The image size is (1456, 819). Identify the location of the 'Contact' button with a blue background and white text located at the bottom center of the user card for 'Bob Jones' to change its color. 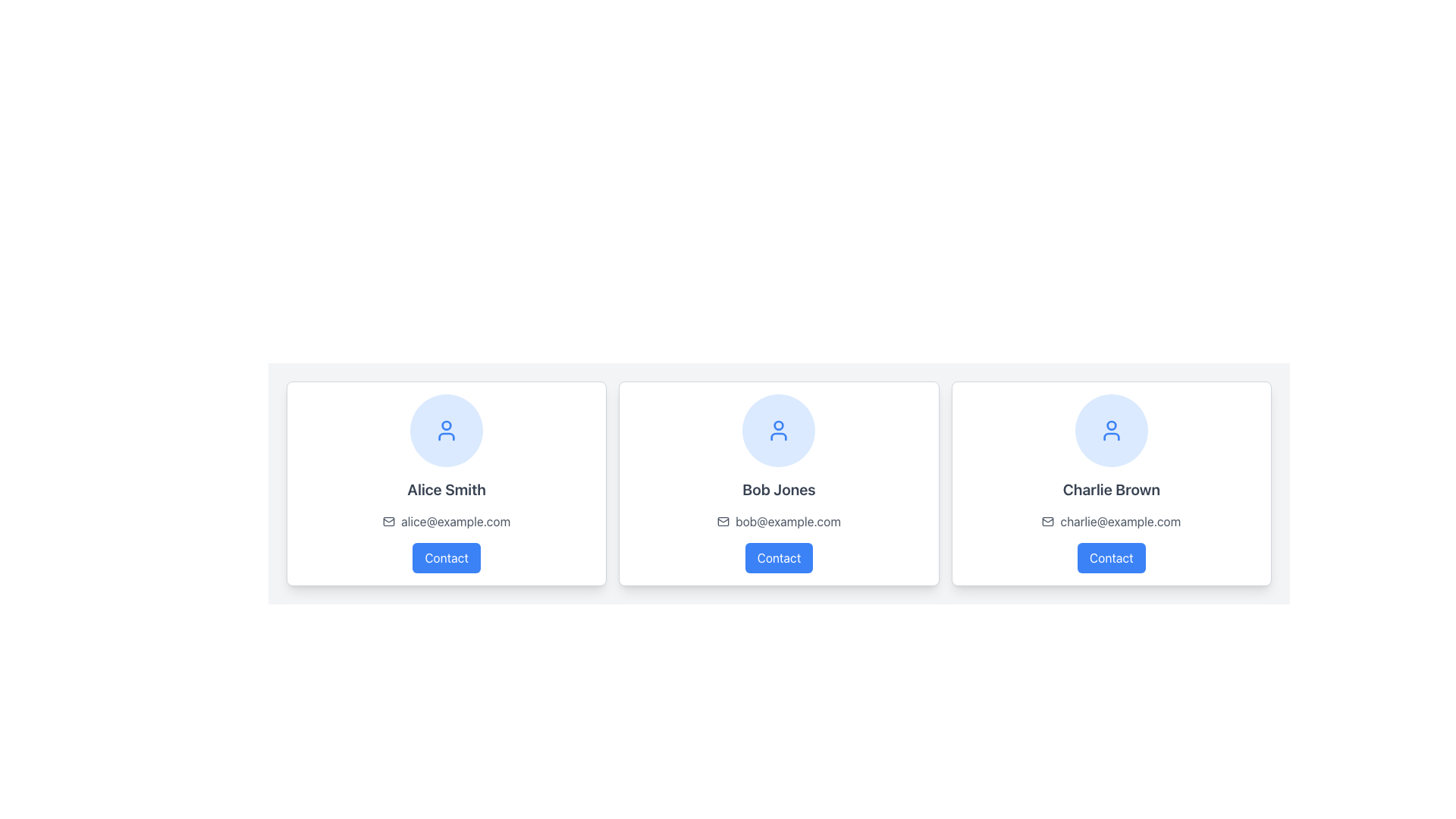
(779, 558).